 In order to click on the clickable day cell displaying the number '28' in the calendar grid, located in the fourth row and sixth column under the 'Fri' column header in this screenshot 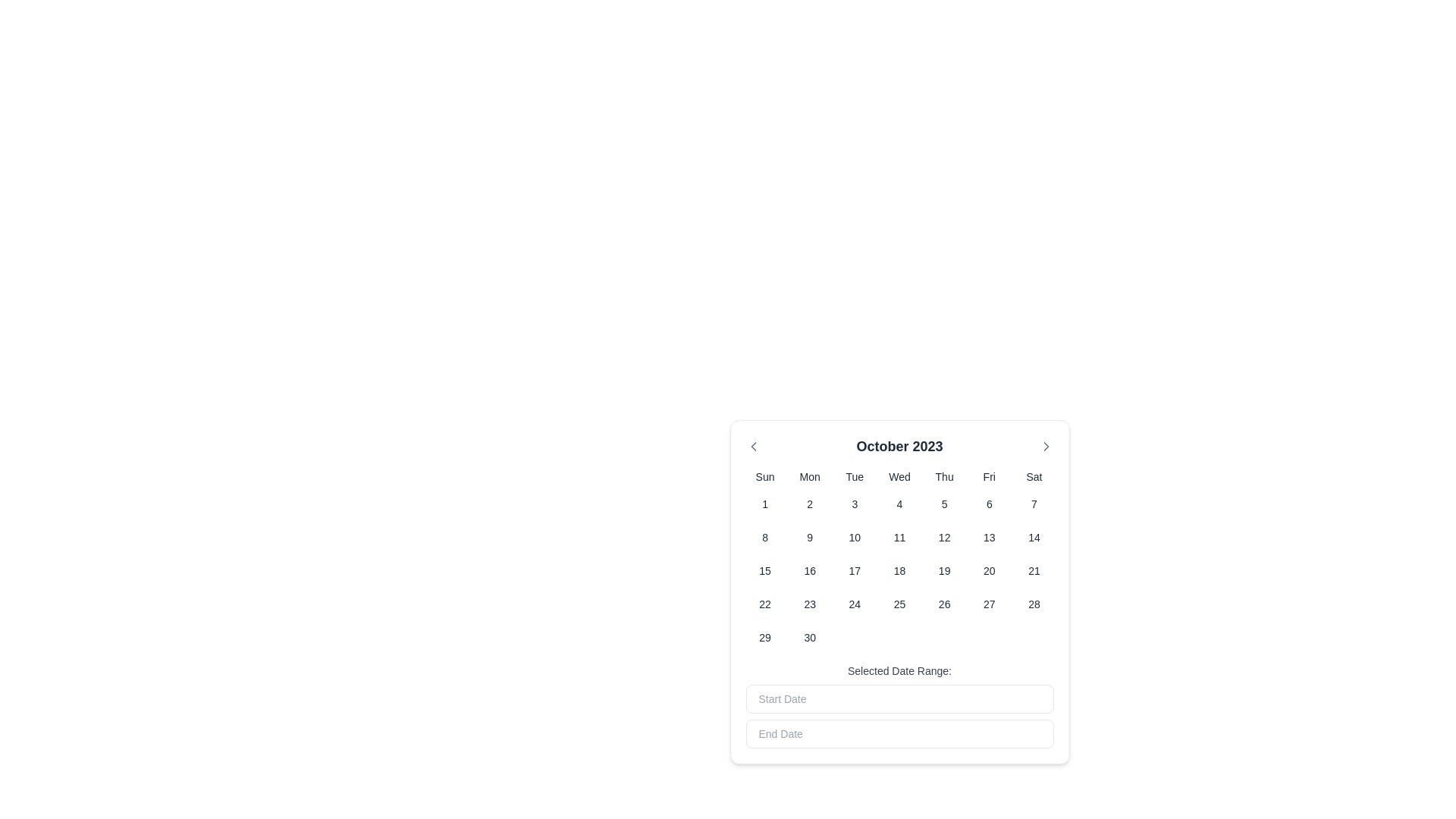, I will do `click(1033, 604)`.